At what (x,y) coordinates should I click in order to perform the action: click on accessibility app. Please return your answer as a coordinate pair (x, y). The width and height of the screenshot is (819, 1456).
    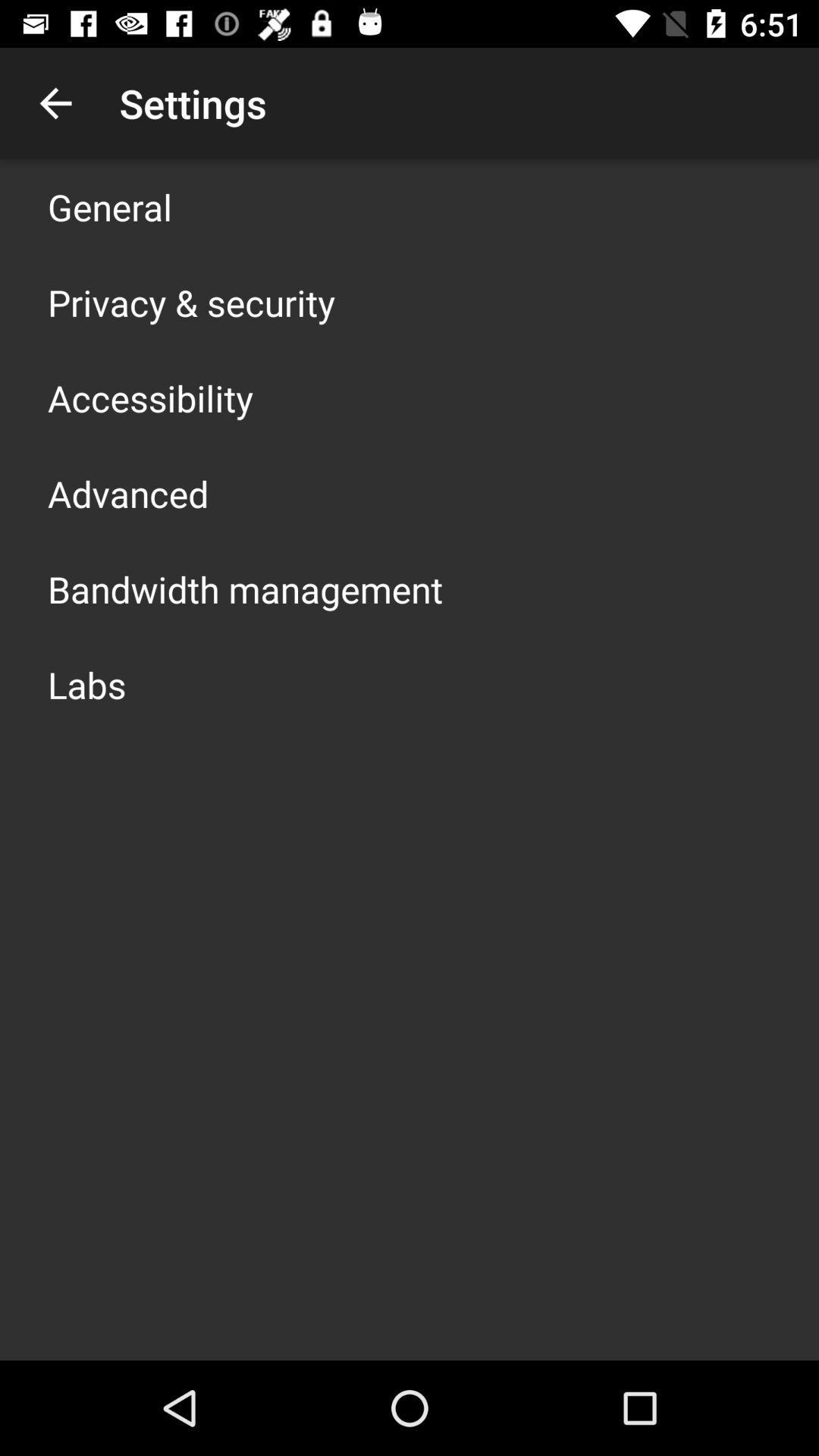
    Looking at the image, I should click on (150, 397).